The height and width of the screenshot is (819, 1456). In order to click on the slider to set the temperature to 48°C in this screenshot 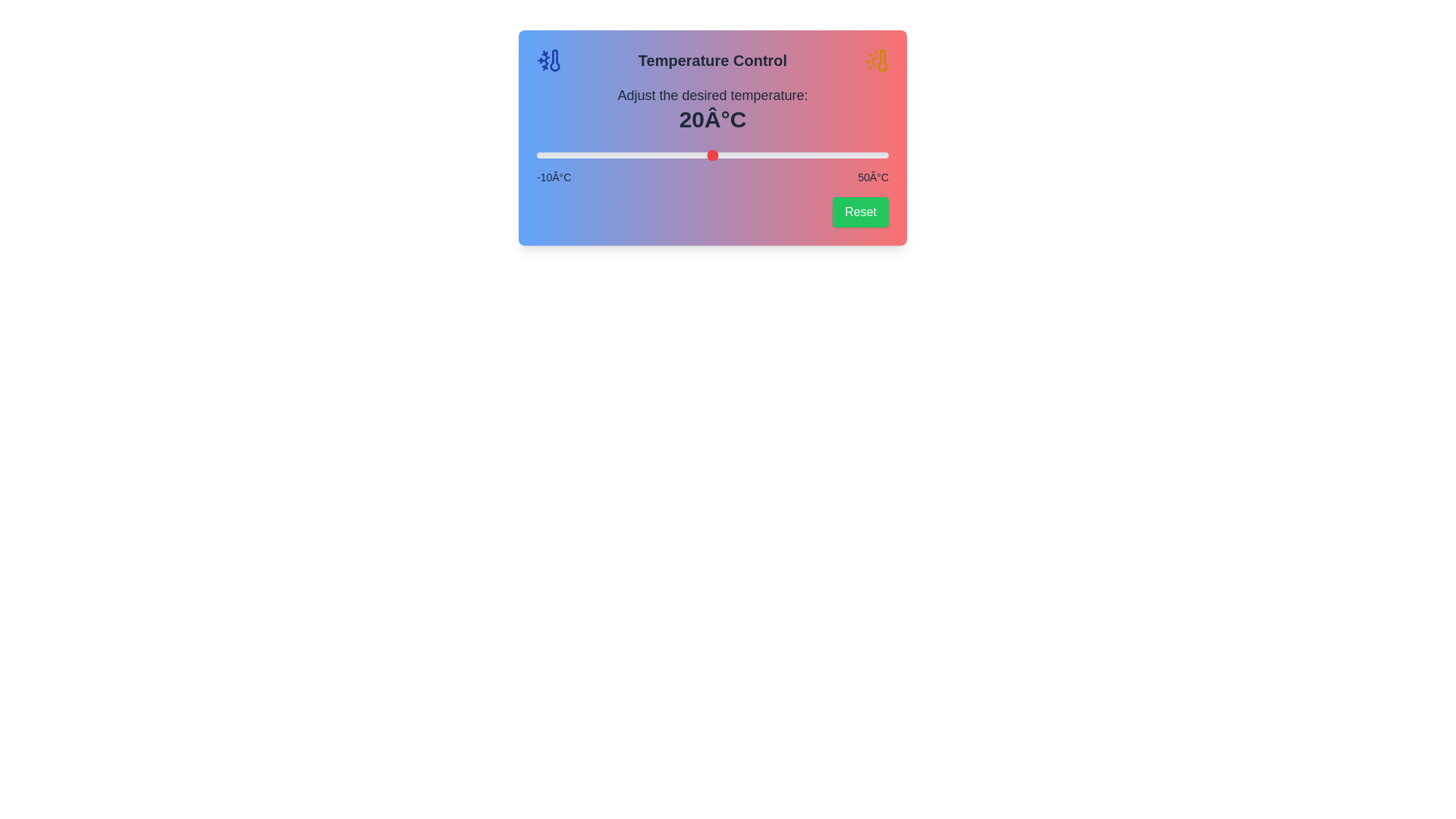, I will do `click(877, 155)`.